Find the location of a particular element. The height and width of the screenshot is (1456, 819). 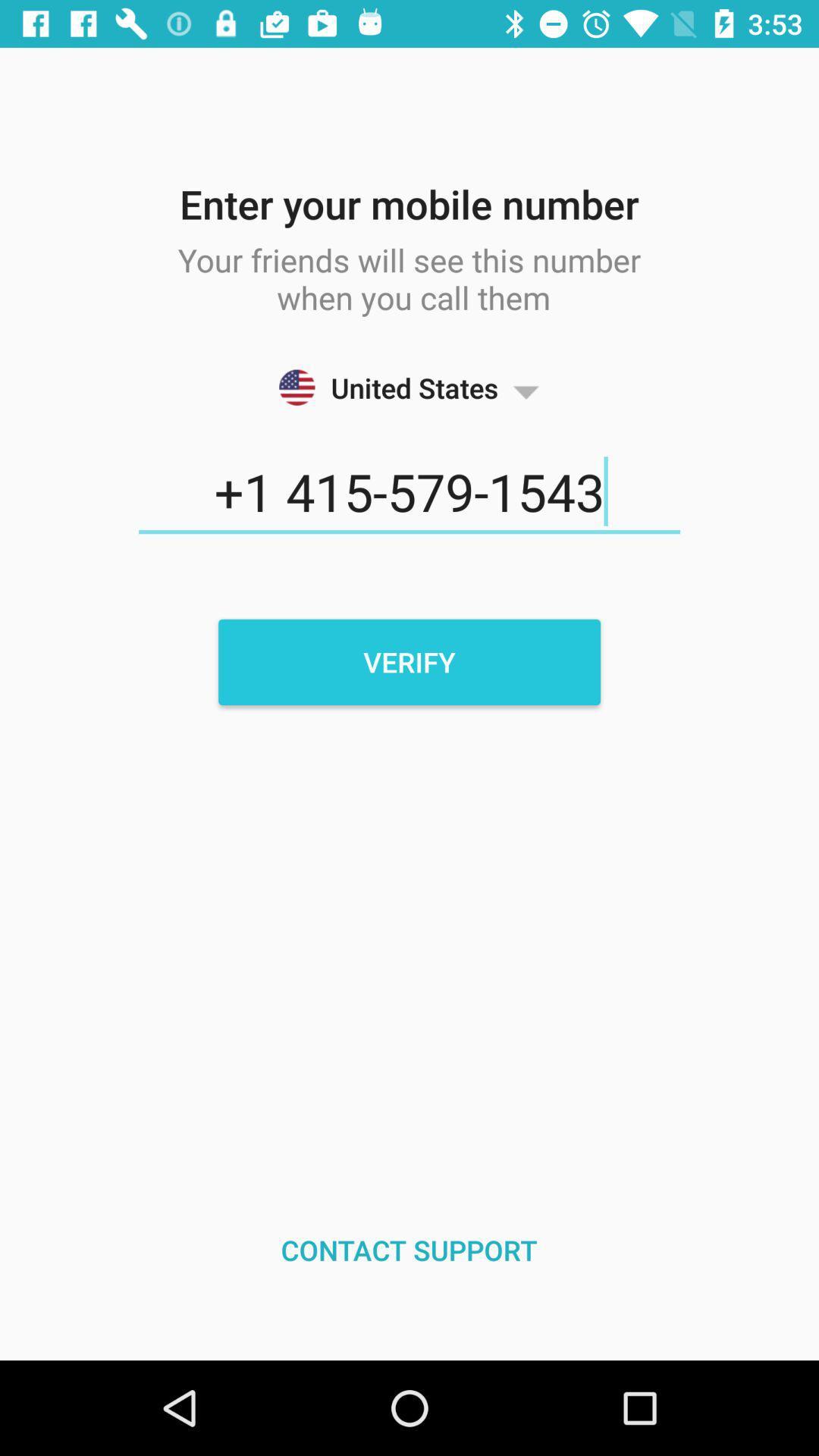

verify icon is located at coordinates (409, 662).